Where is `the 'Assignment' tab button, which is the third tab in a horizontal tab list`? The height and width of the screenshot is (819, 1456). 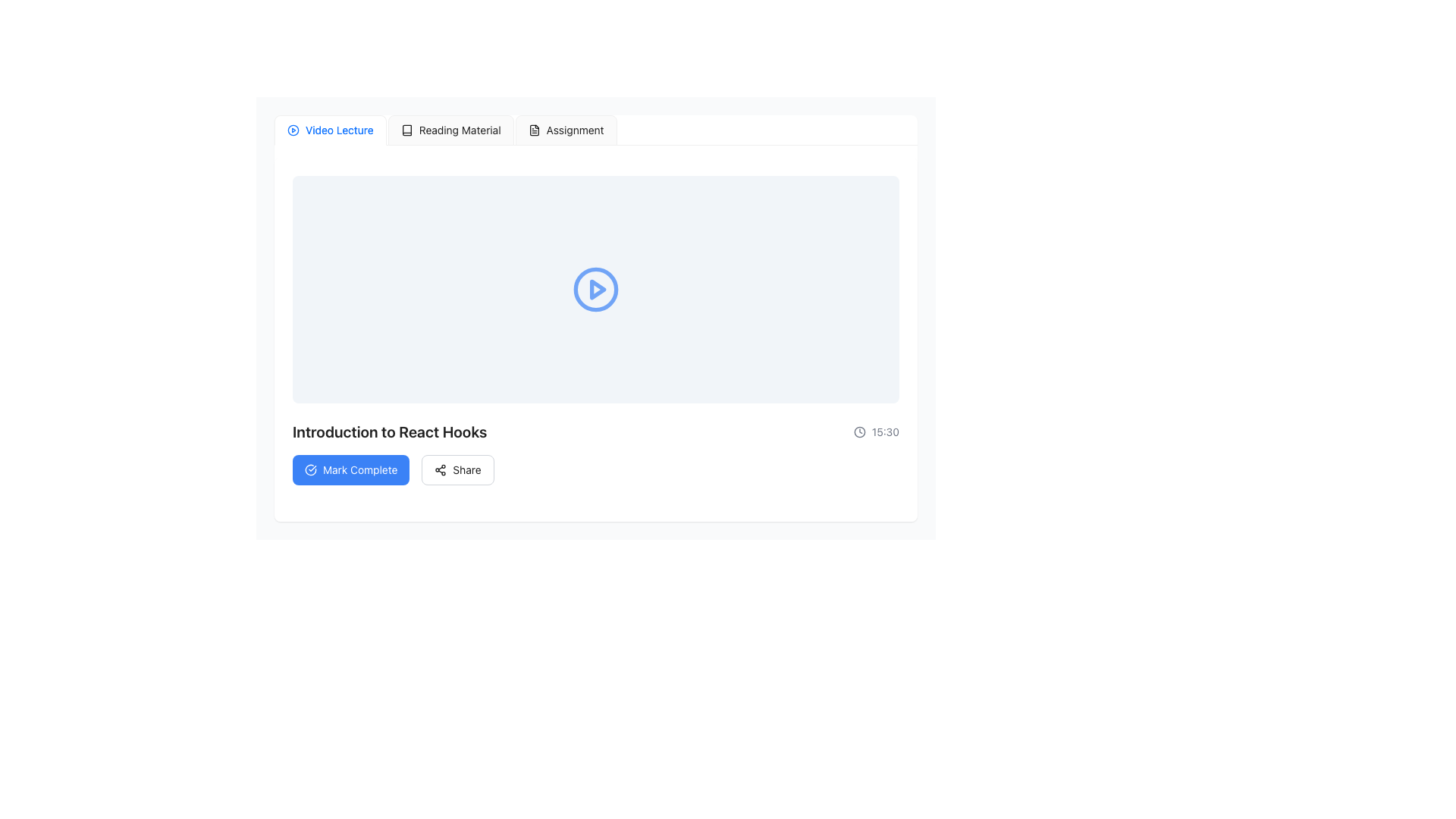 the 'Assignment' tab button, which is the third tab in a horizontal tab list is located at coordinates (565, 130).